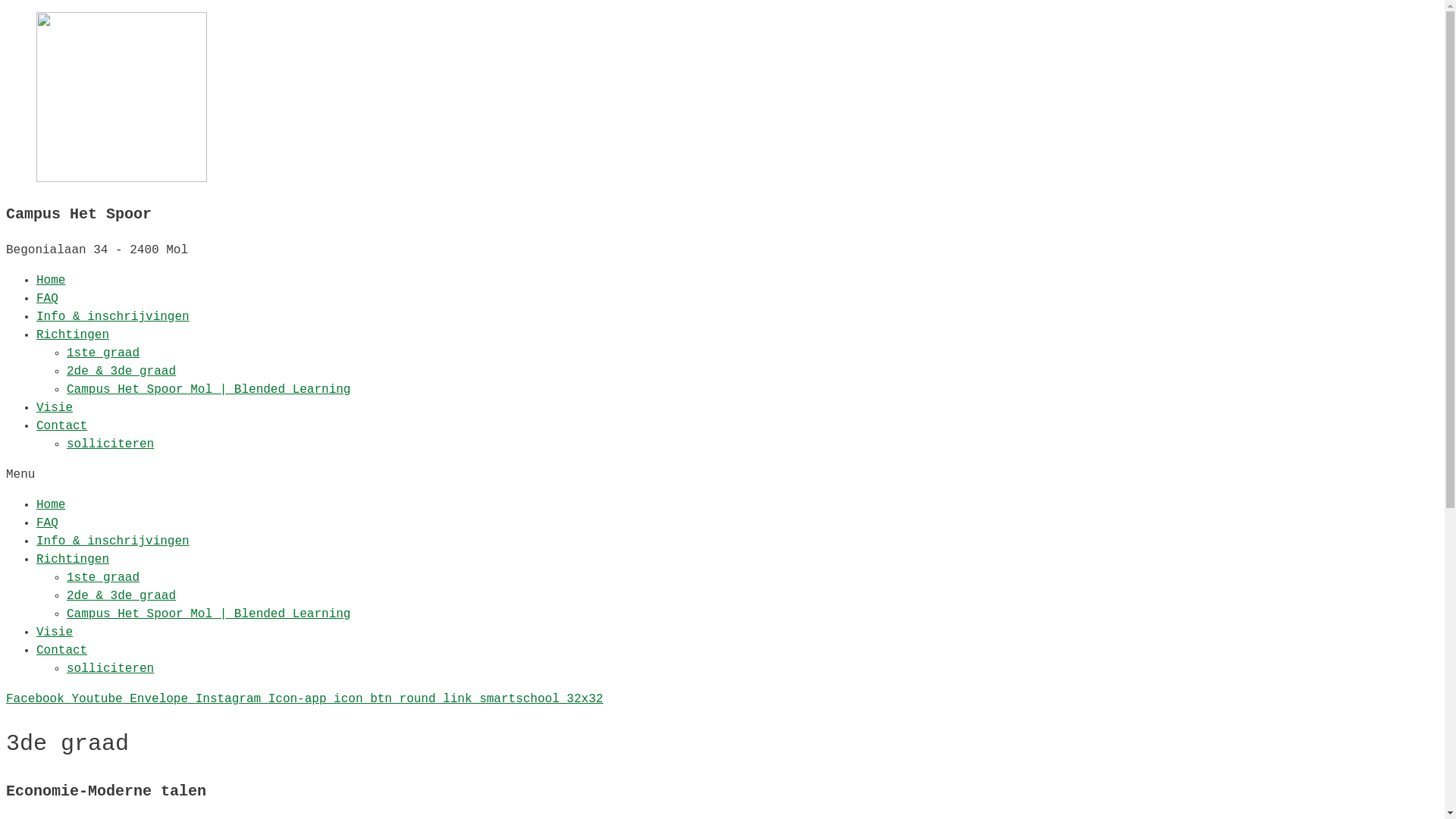  I want to click on 'Instagram', so click(231, 698).